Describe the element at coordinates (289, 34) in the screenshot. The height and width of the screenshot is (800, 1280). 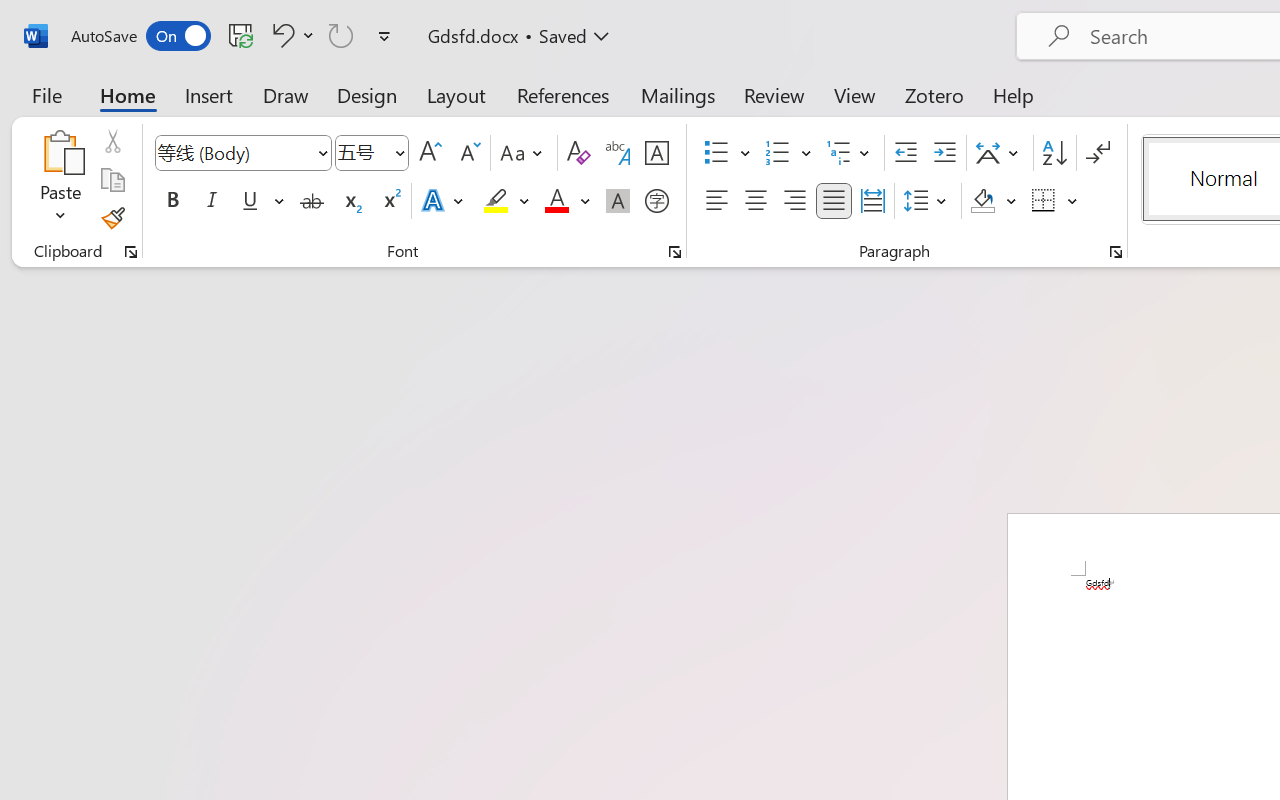
I see `'Undo Apply Quick Style'` at that location.